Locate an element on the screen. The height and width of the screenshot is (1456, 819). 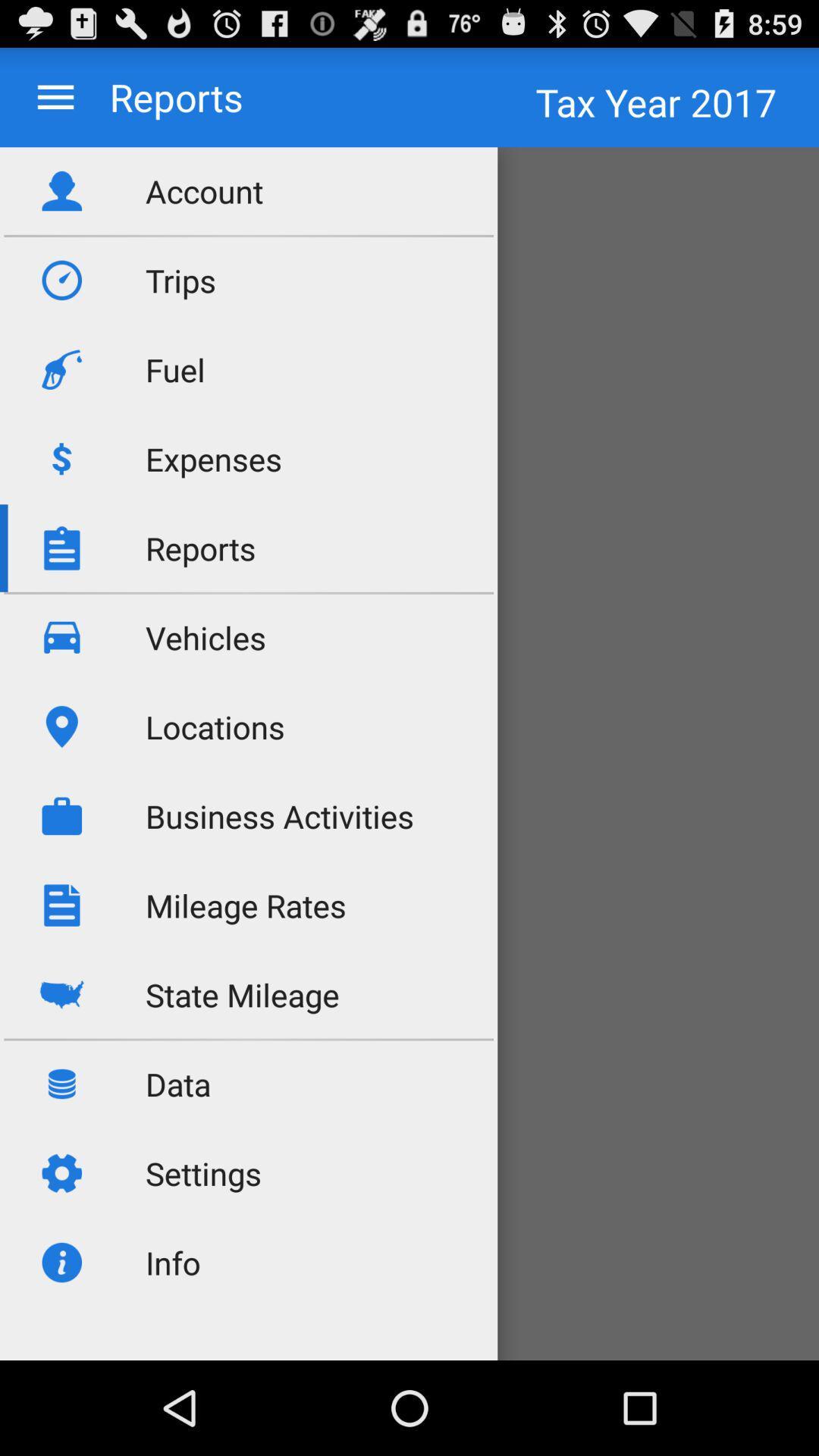
the data app is located at coordinates (177, 1083).